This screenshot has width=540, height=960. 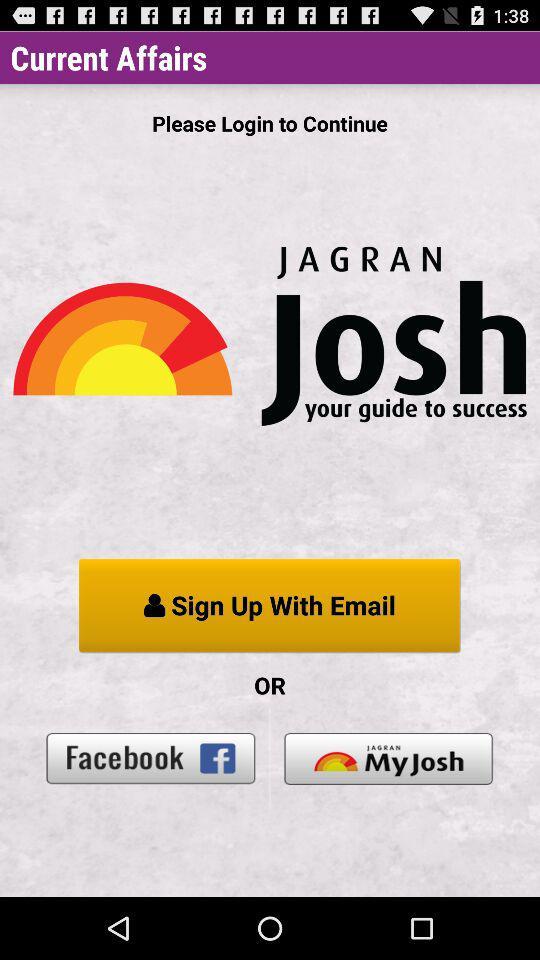 I want to click on sign in with myjosh, so click(x=388, y=757).